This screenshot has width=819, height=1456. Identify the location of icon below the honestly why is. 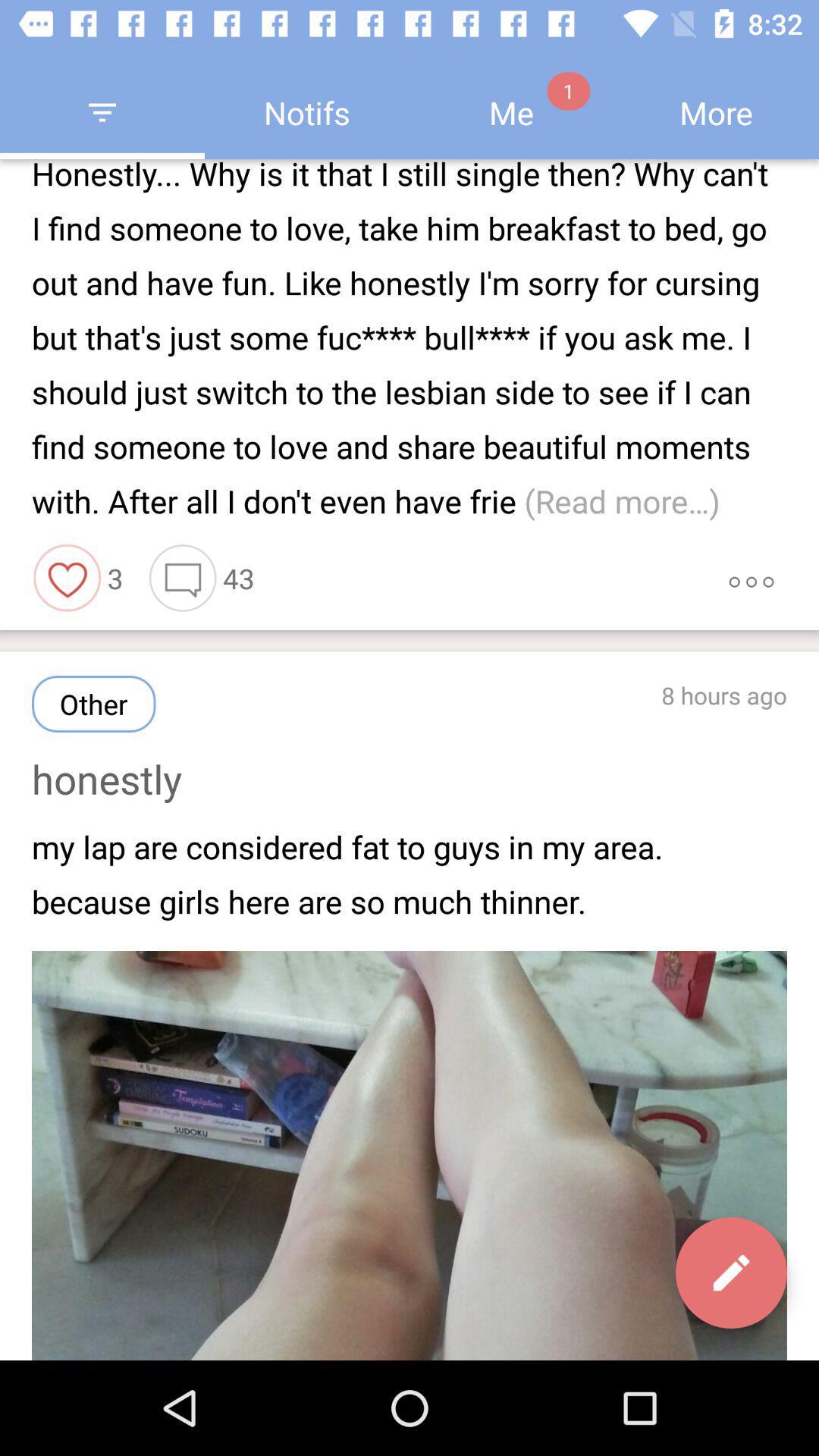
(67, 577).